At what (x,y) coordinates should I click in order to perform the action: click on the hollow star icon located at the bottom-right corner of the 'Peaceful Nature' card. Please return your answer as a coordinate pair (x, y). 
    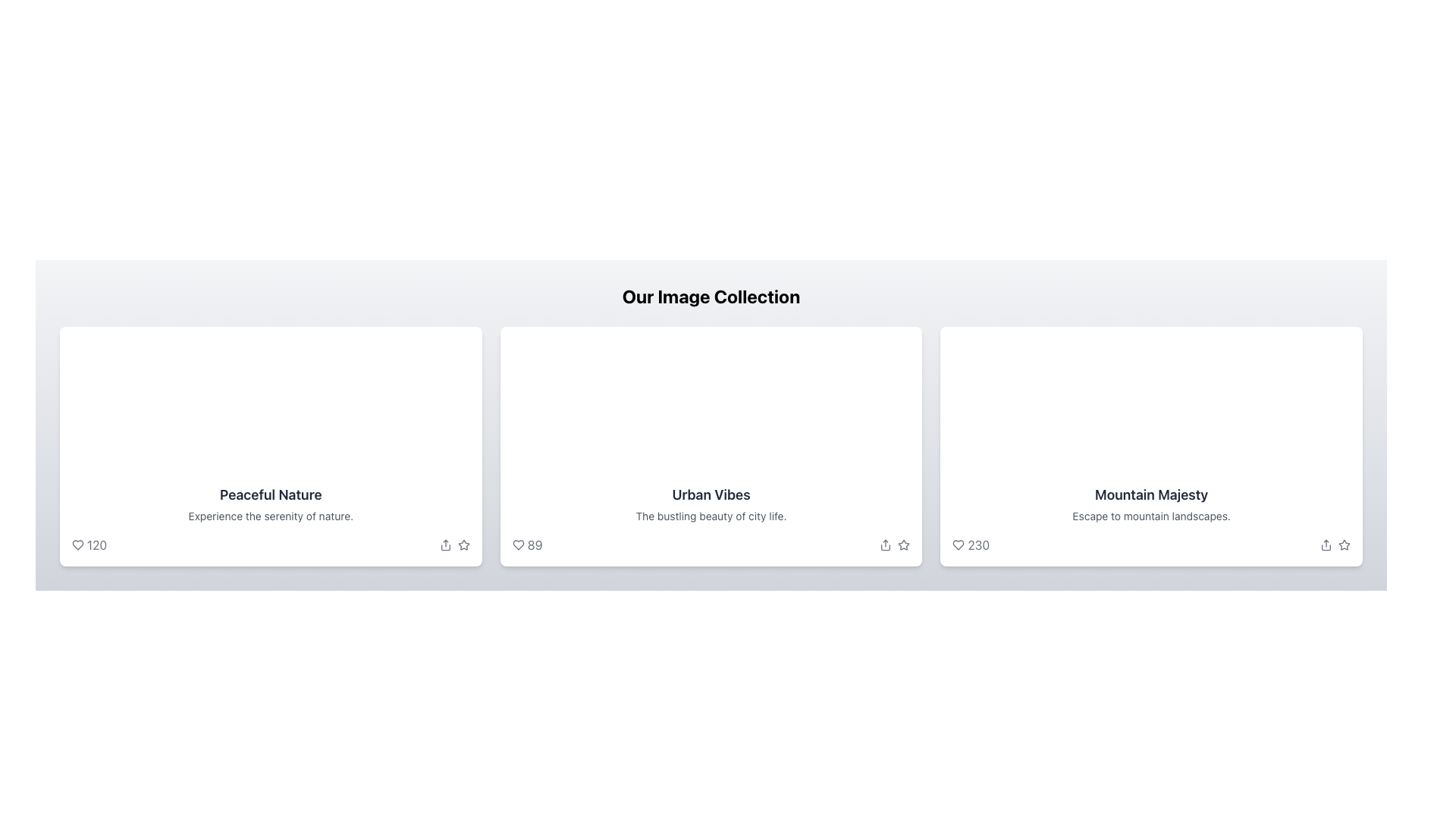
    Looking at the image, I should click on (463, 544).